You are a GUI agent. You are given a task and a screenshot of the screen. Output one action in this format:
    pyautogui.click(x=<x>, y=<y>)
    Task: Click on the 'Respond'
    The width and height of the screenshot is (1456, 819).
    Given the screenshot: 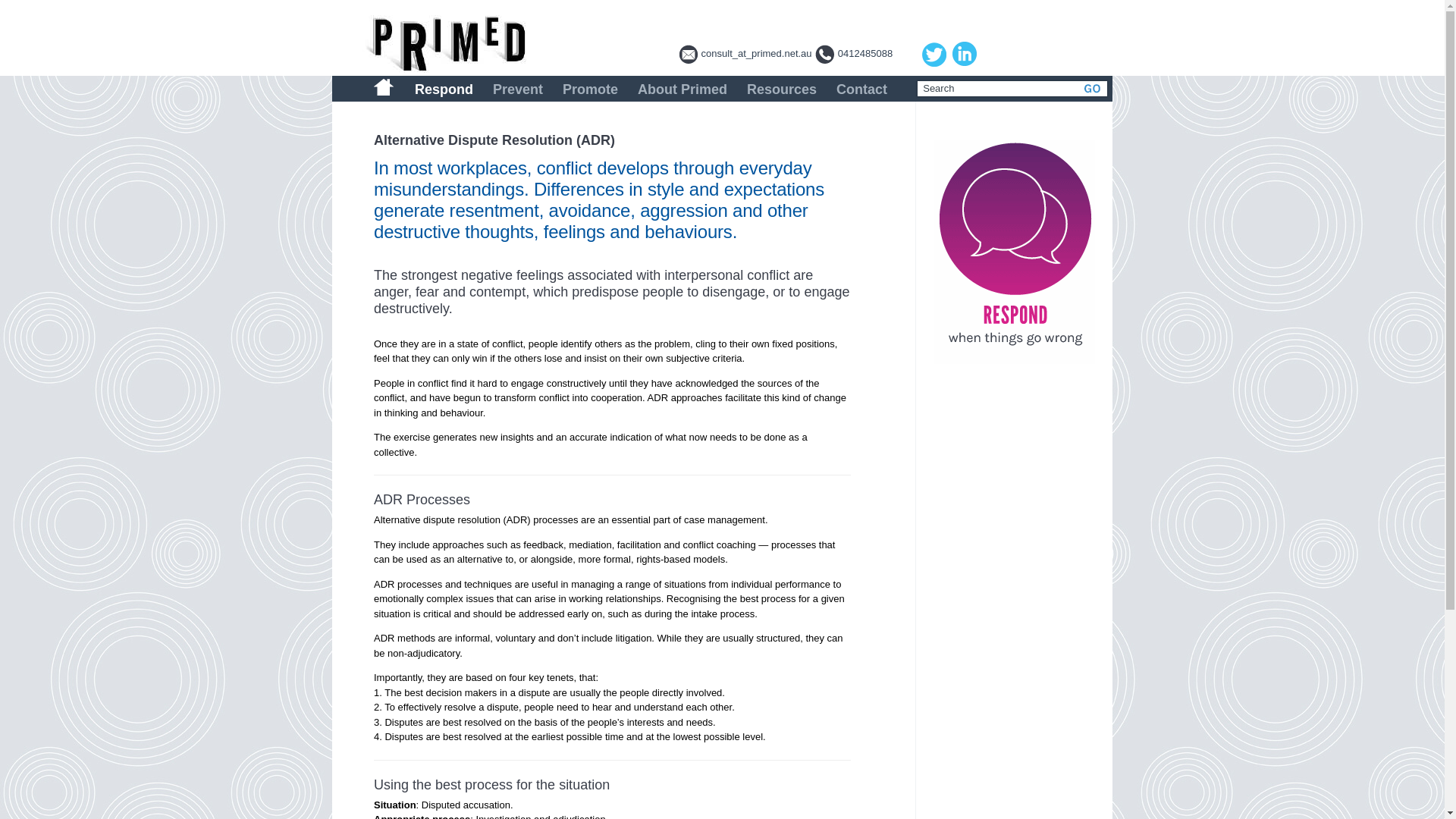 What is the action you would take?
    pyautogui.click(x=443, y=86)
    